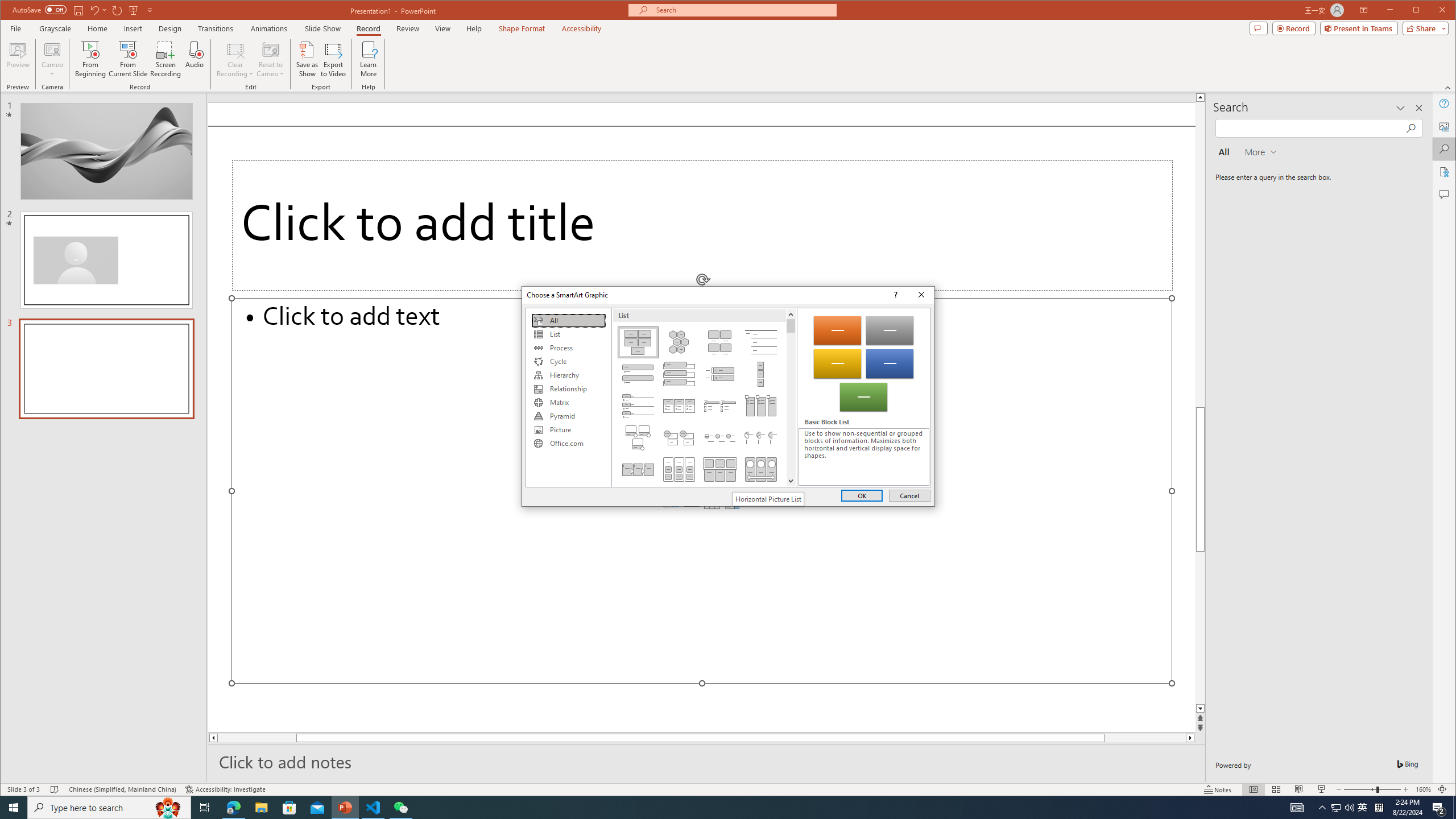 The height and width of the screenshot is (819, 1456). I want to click on 'All', so click(568, 320).